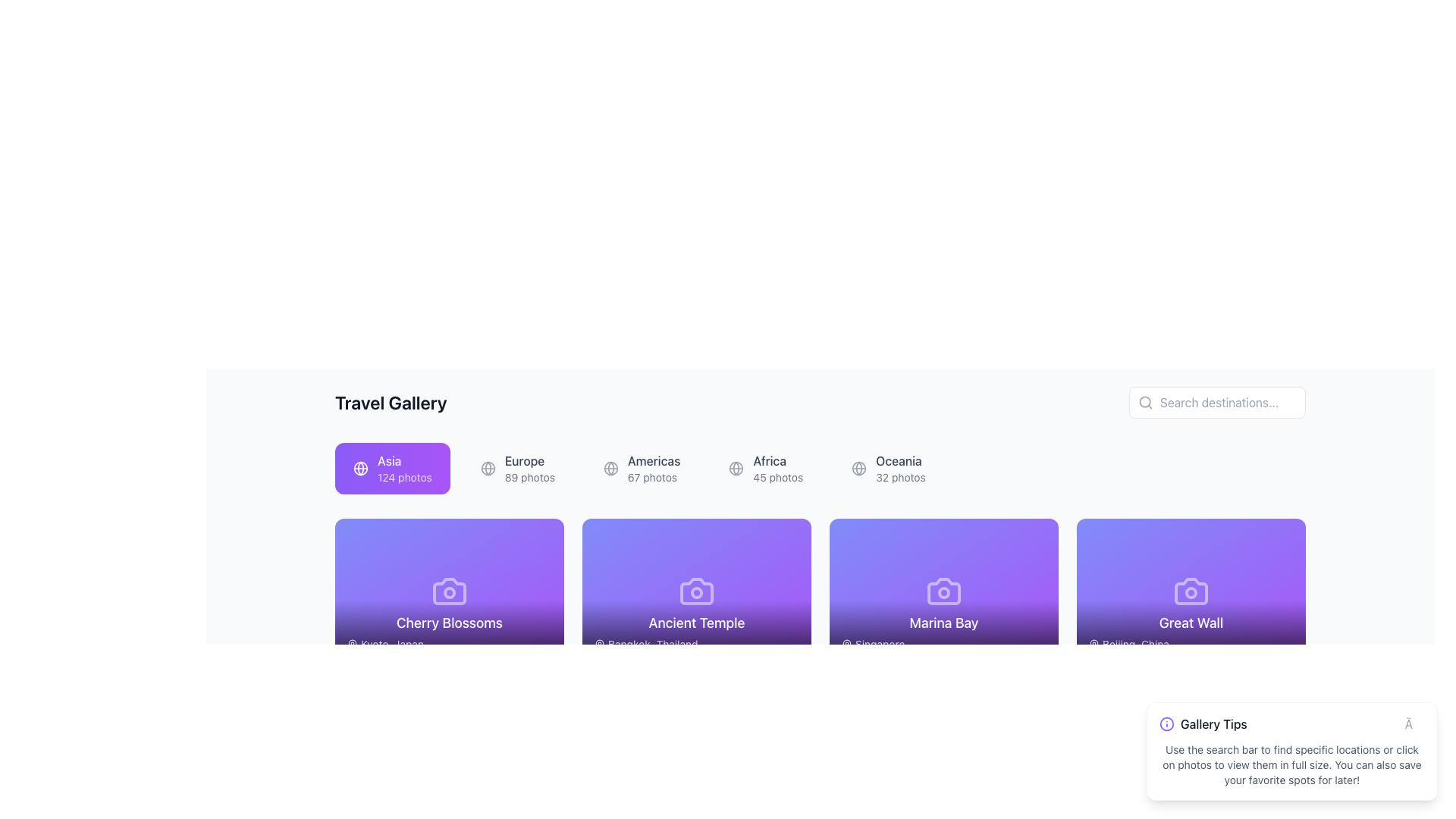  What do you see at coordinates (1033, 543) in the screenshot?
I see `the maximize button located in the top-right corner of the 'Marina Bay' card` at bounding box center [1033, 543].